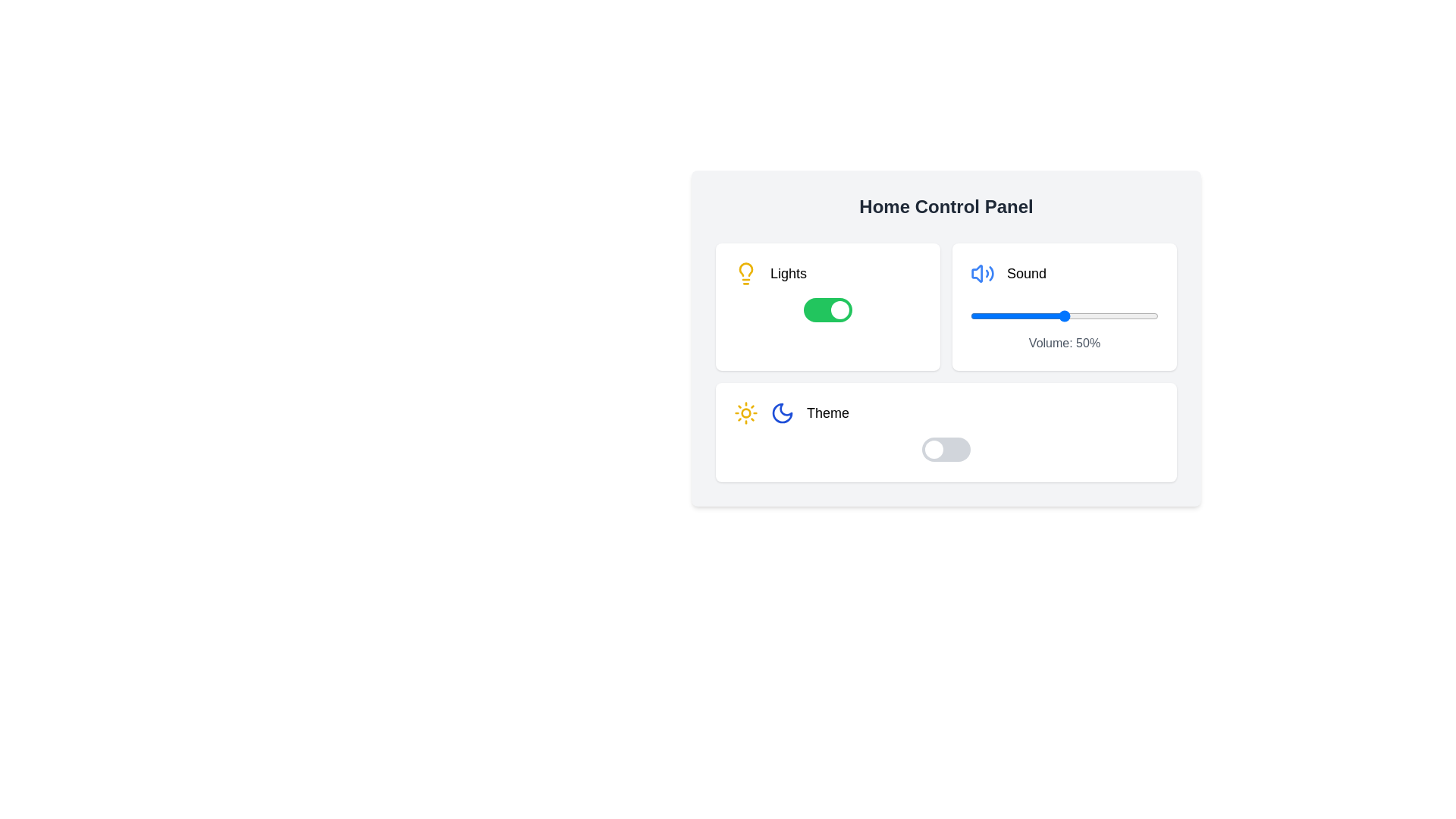  I want to click on the stylized lightbulb icon located in the upper-left cell of the control panel layout, next to the 'Lights' label and above the toggle switch, so click(745, 268).